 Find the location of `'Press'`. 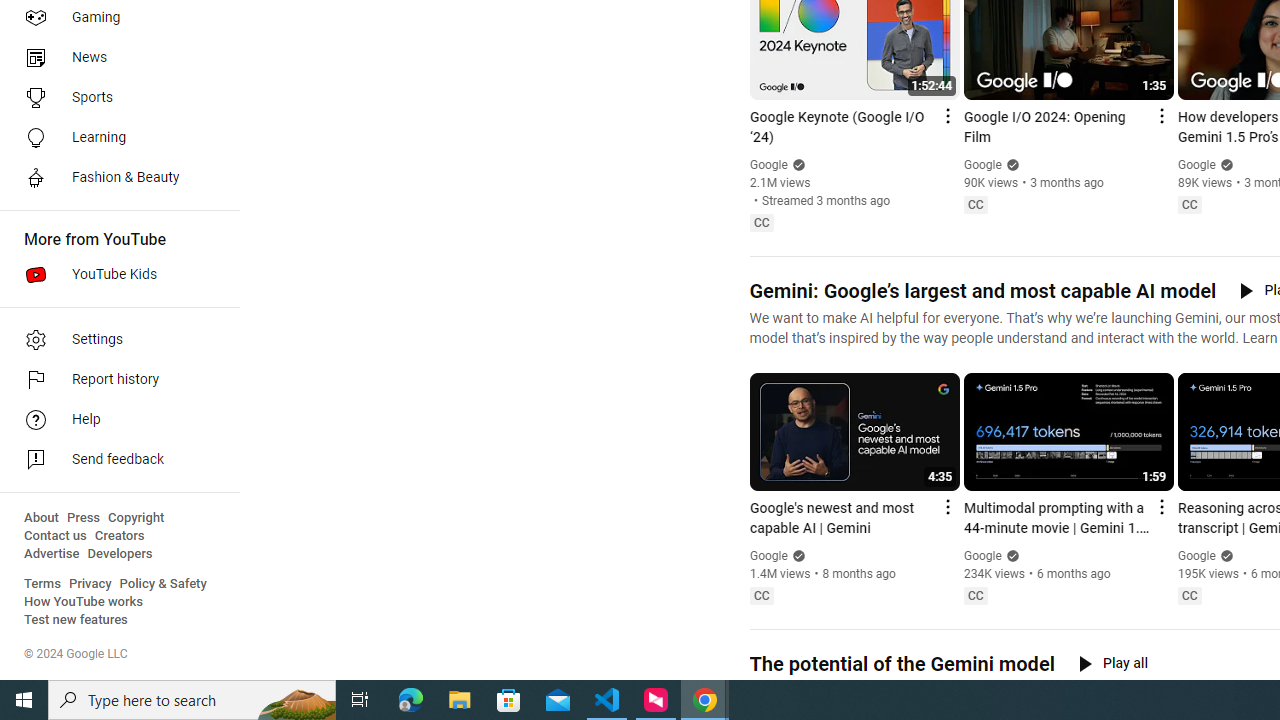

'Press' is located at coordinates (82, 517).